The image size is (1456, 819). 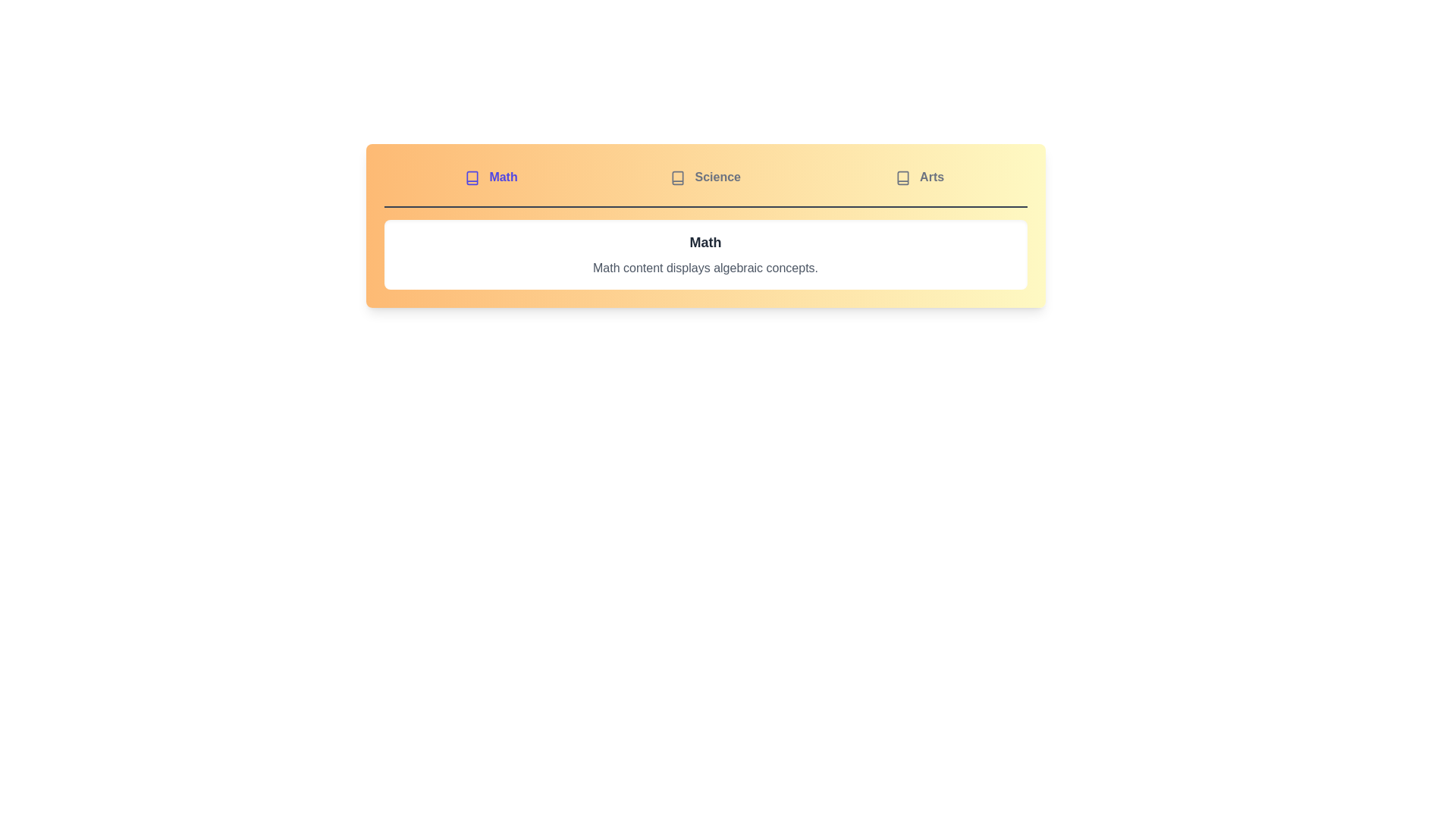 I want to click on the Math tab to switch to its content, so click(x=491, y=177).